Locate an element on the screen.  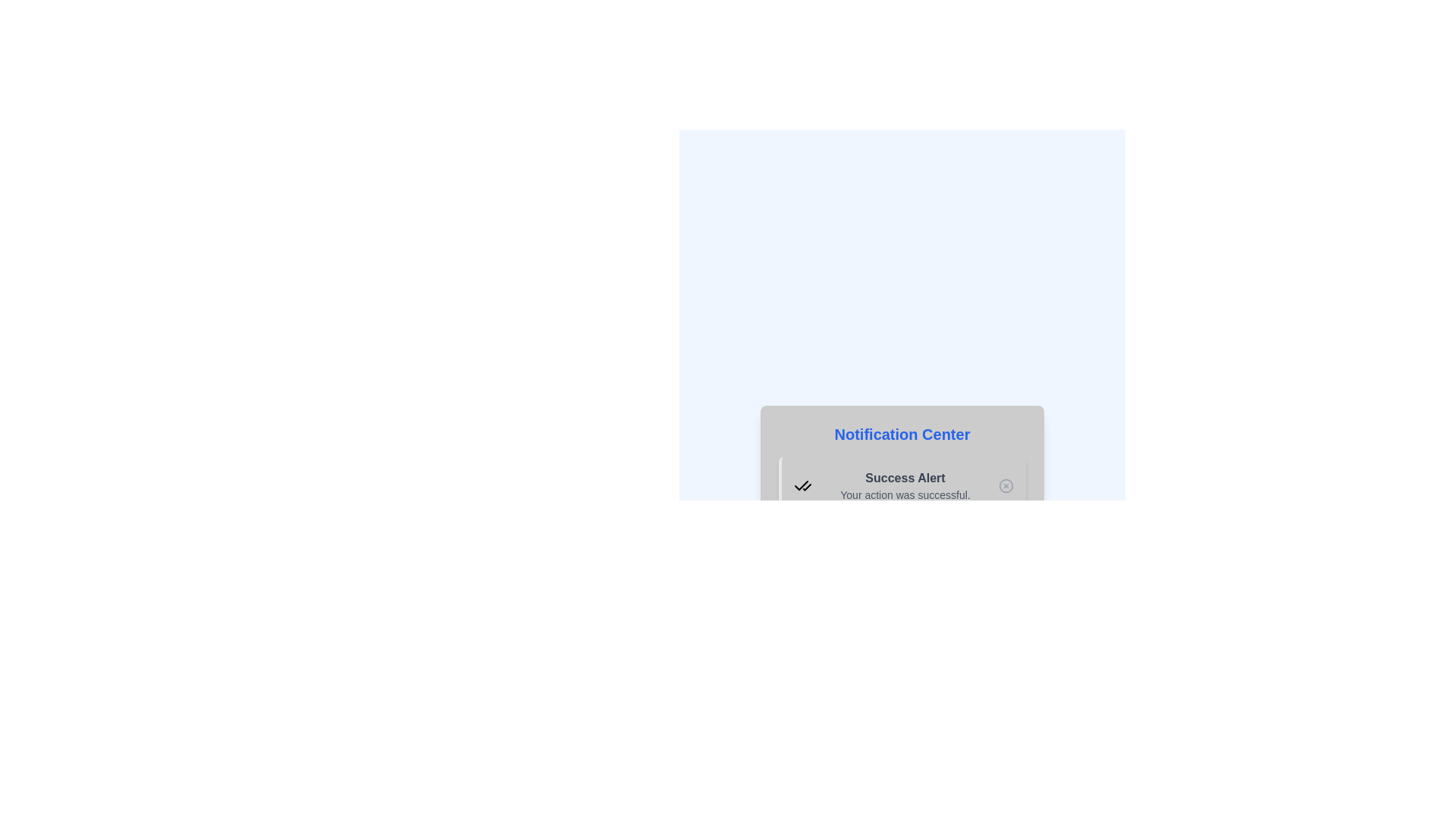
the close button with an 'X' mark in the top-right corner of the success alert is located at coordinates (1006, 485).